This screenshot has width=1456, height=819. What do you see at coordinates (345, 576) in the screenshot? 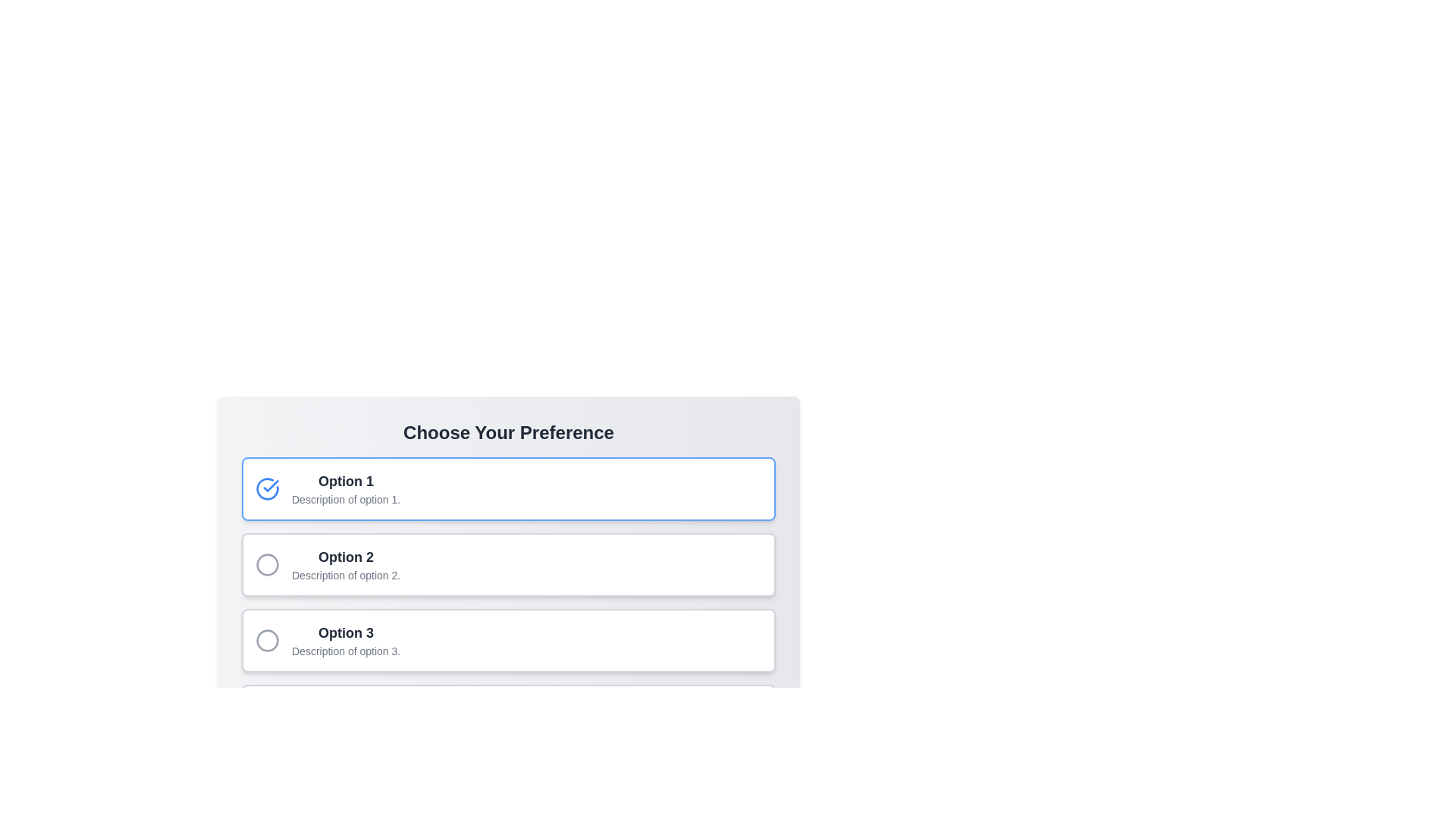
I see `the text label displaying 'Description of option 2.' which is positioned below the 'Option 2' header` at bounding box center [345, 576].